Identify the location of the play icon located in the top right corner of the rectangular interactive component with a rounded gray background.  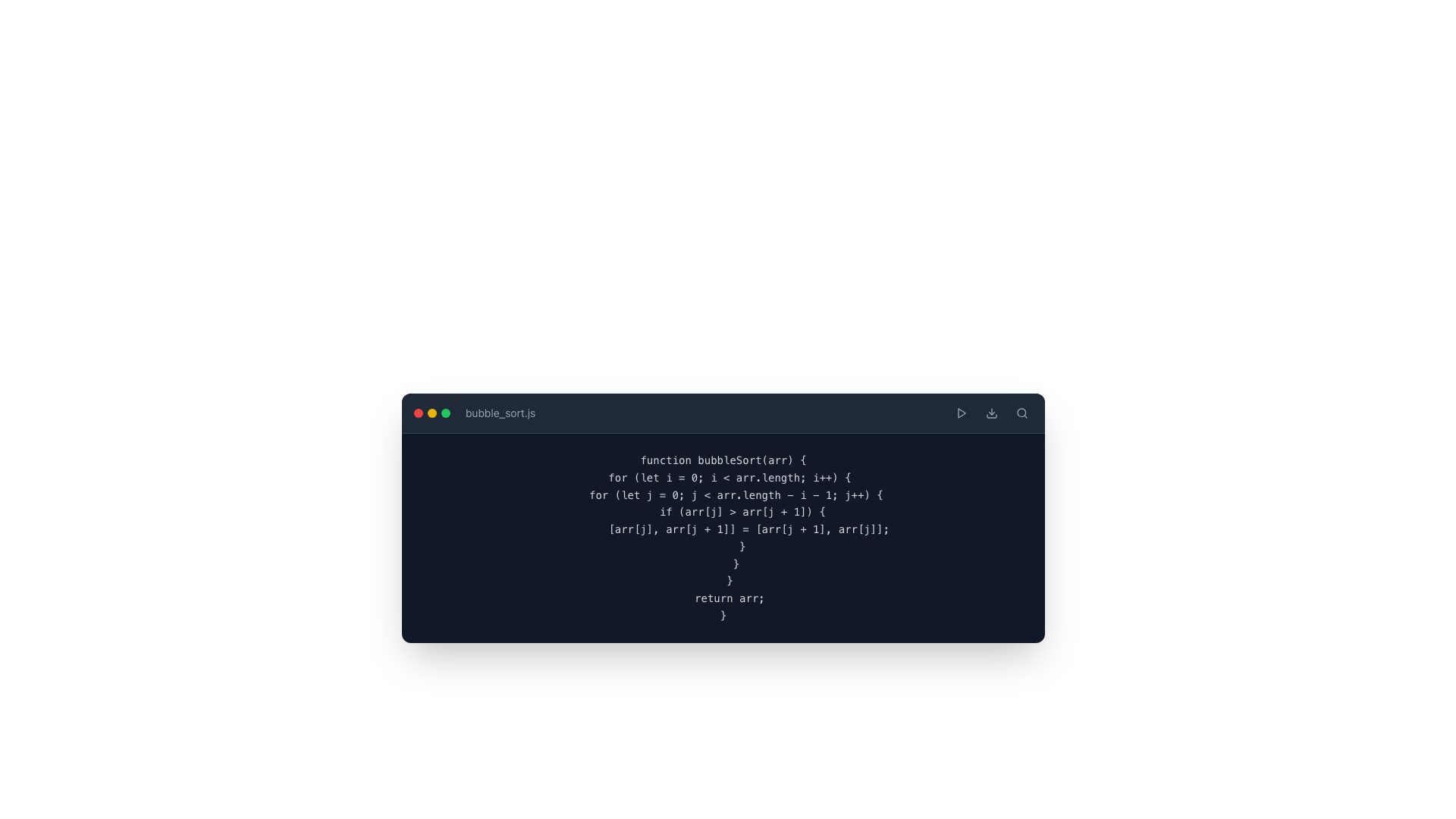
(960, 413).